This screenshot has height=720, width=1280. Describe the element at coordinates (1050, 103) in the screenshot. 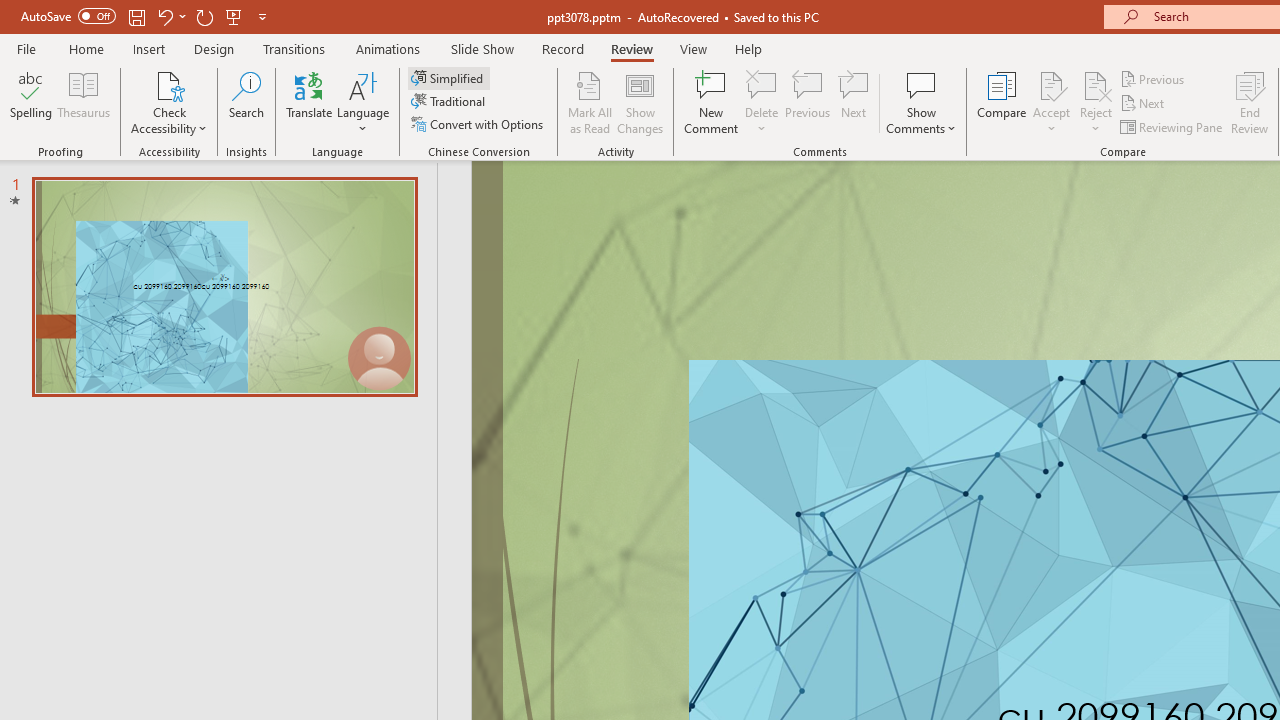

I see `'Accept'` at that location.